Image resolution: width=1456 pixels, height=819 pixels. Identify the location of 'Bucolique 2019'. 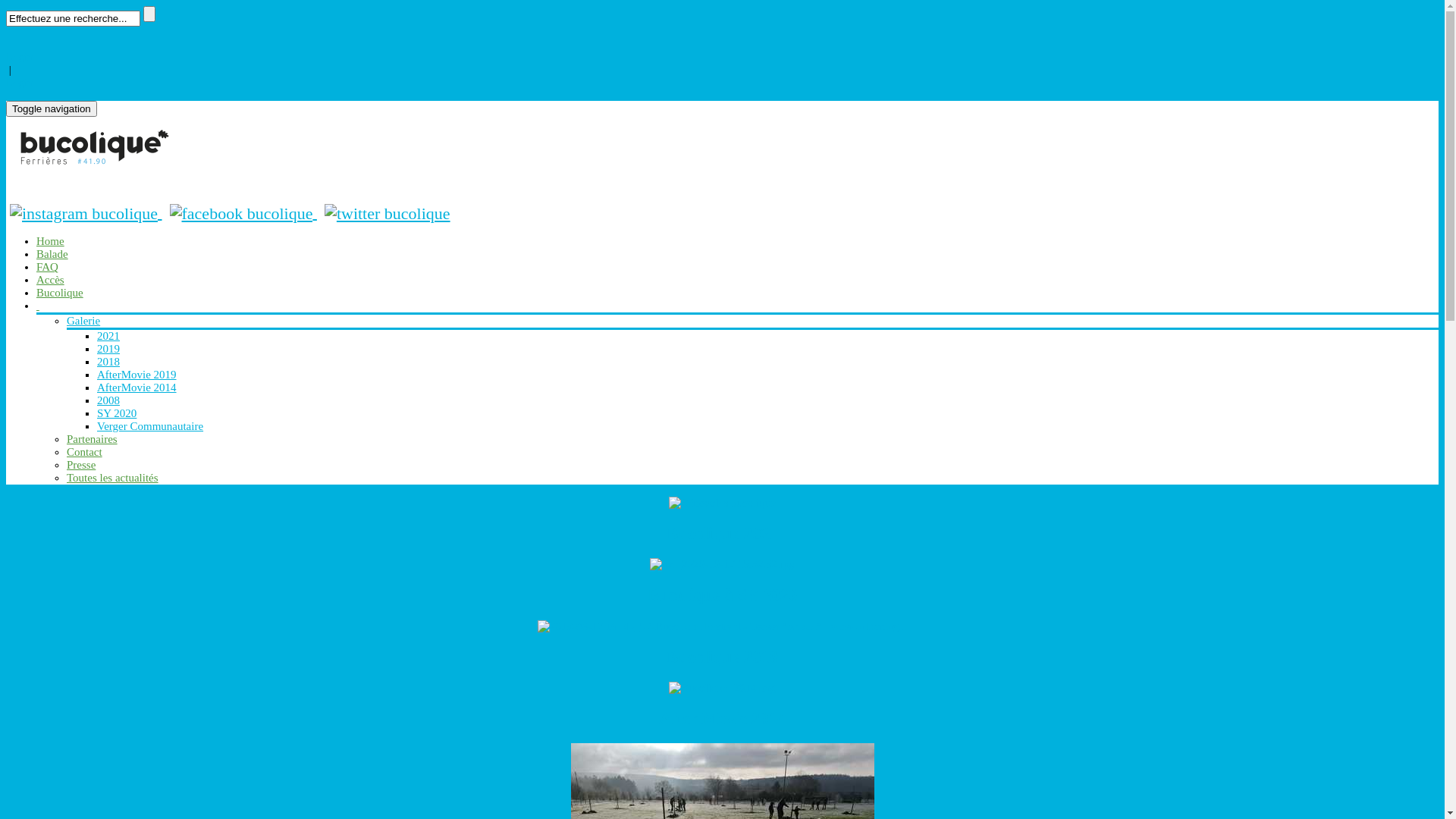
(721, 656).